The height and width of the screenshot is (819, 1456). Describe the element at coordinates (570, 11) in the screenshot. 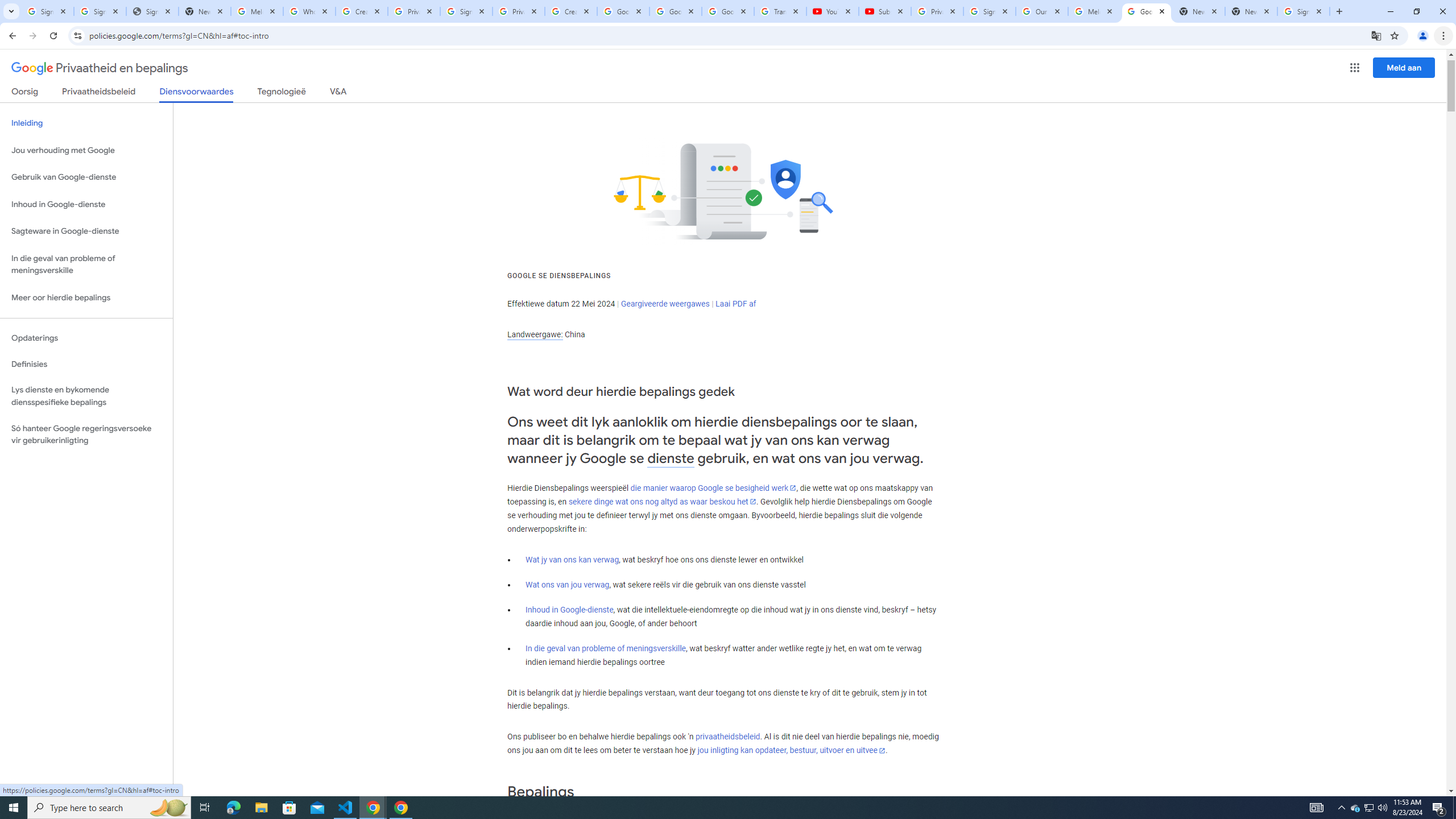

I see `'Create your Google Account'` at that location.